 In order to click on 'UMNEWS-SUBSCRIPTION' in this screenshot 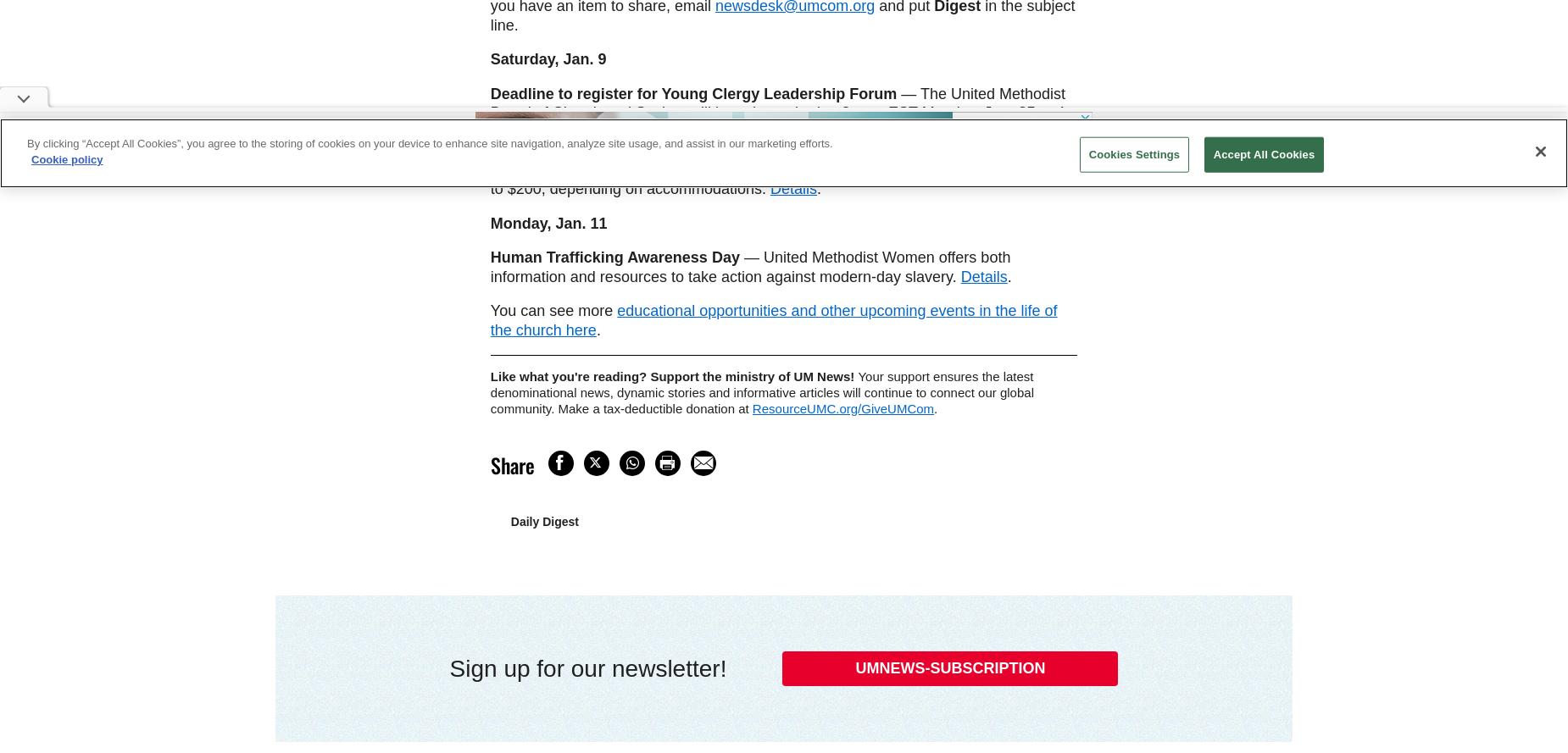, I will do `click(948, 667)`.